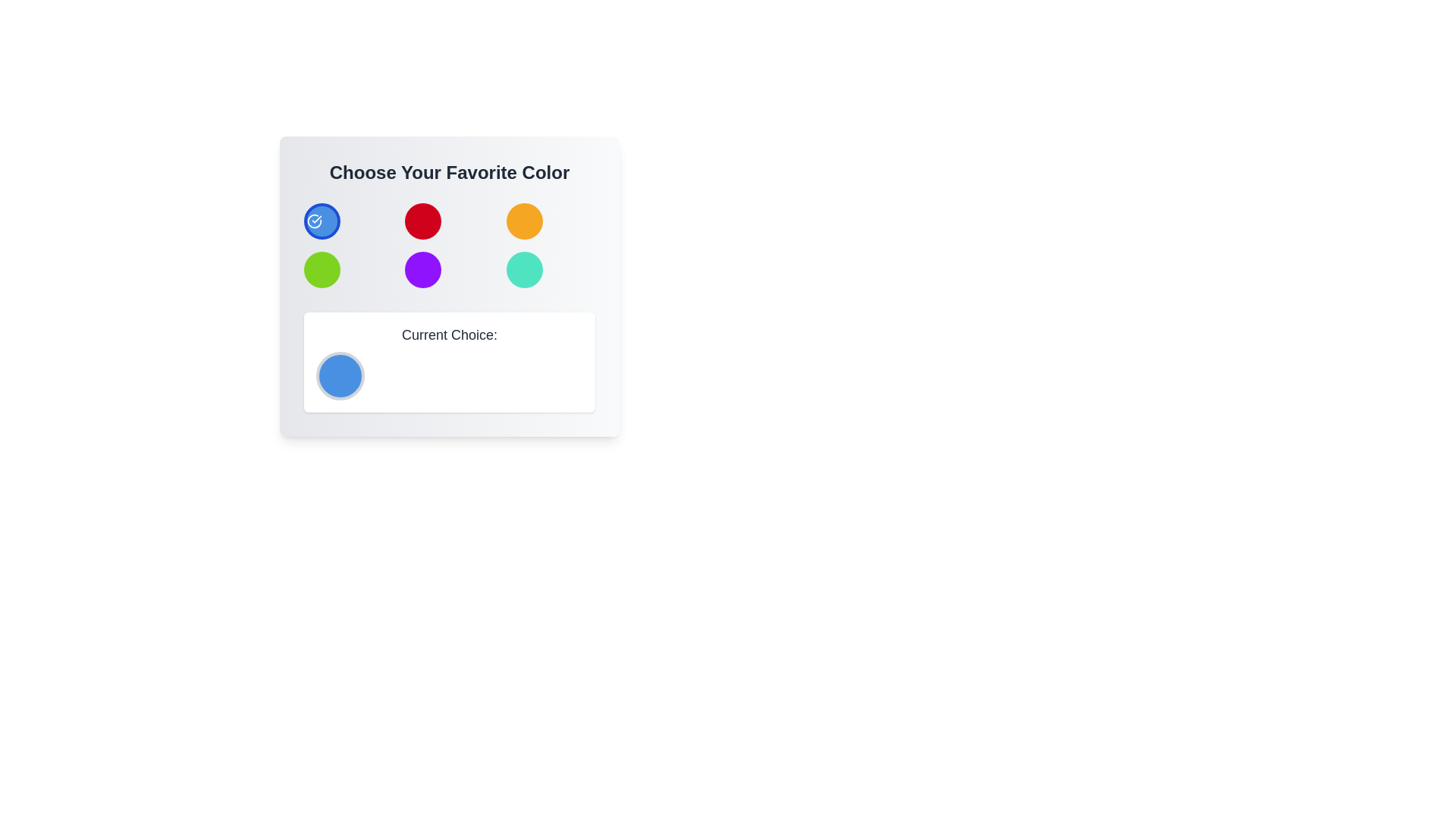  I want to click on the blue circular button with a white checkmark, so click(322, 221).